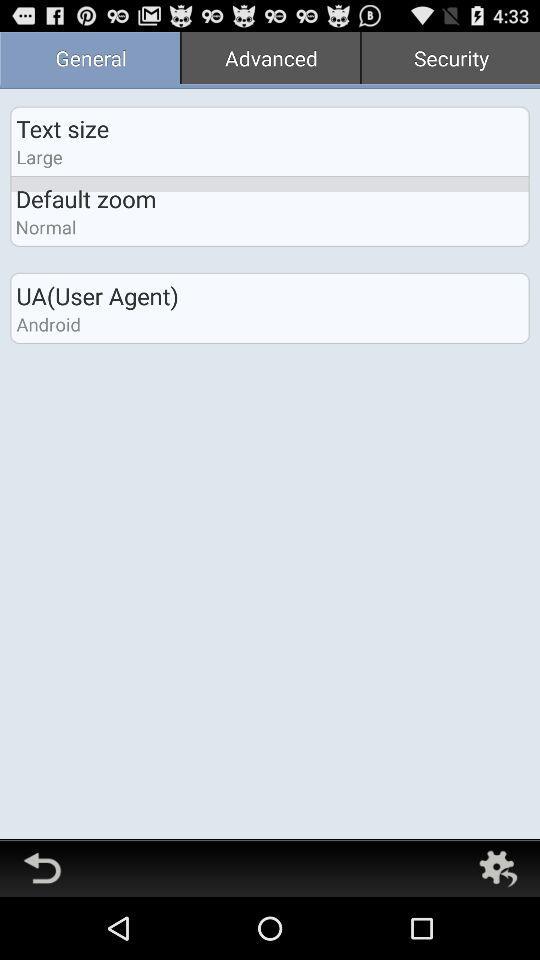  What do you see at coordinates (96, 295) in the screenshot?
I see `ua(user agent) item` at bounding box center [96, 295].